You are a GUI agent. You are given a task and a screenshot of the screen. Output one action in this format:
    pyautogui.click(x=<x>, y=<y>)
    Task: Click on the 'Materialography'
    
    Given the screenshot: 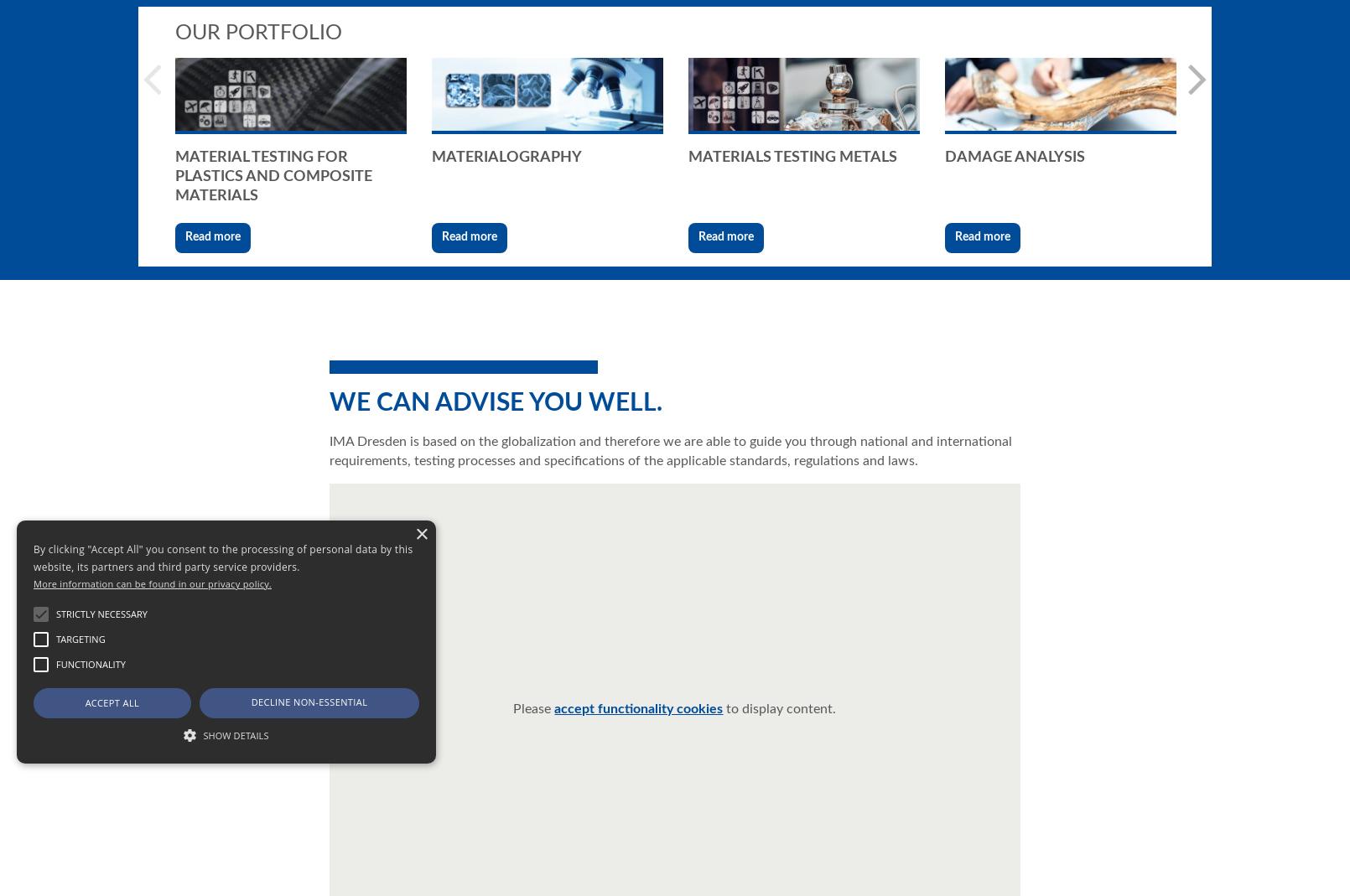 What is the action you would take?
    pyautogui.click(x=506, y=156)
    